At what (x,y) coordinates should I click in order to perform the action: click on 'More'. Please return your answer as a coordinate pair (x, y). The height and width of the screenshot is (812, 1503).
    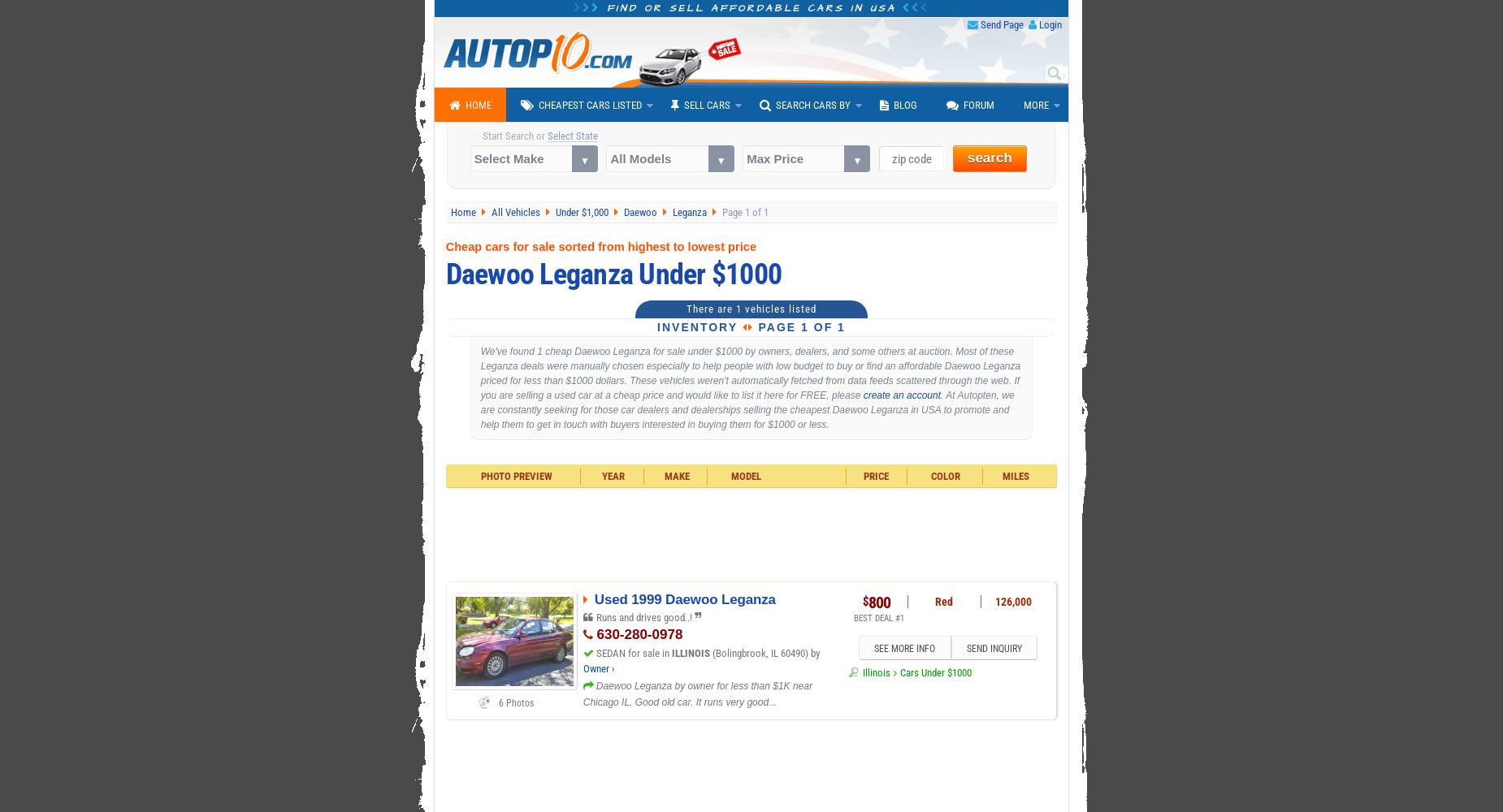
    Looking at the image, I should click on (1023, 105).